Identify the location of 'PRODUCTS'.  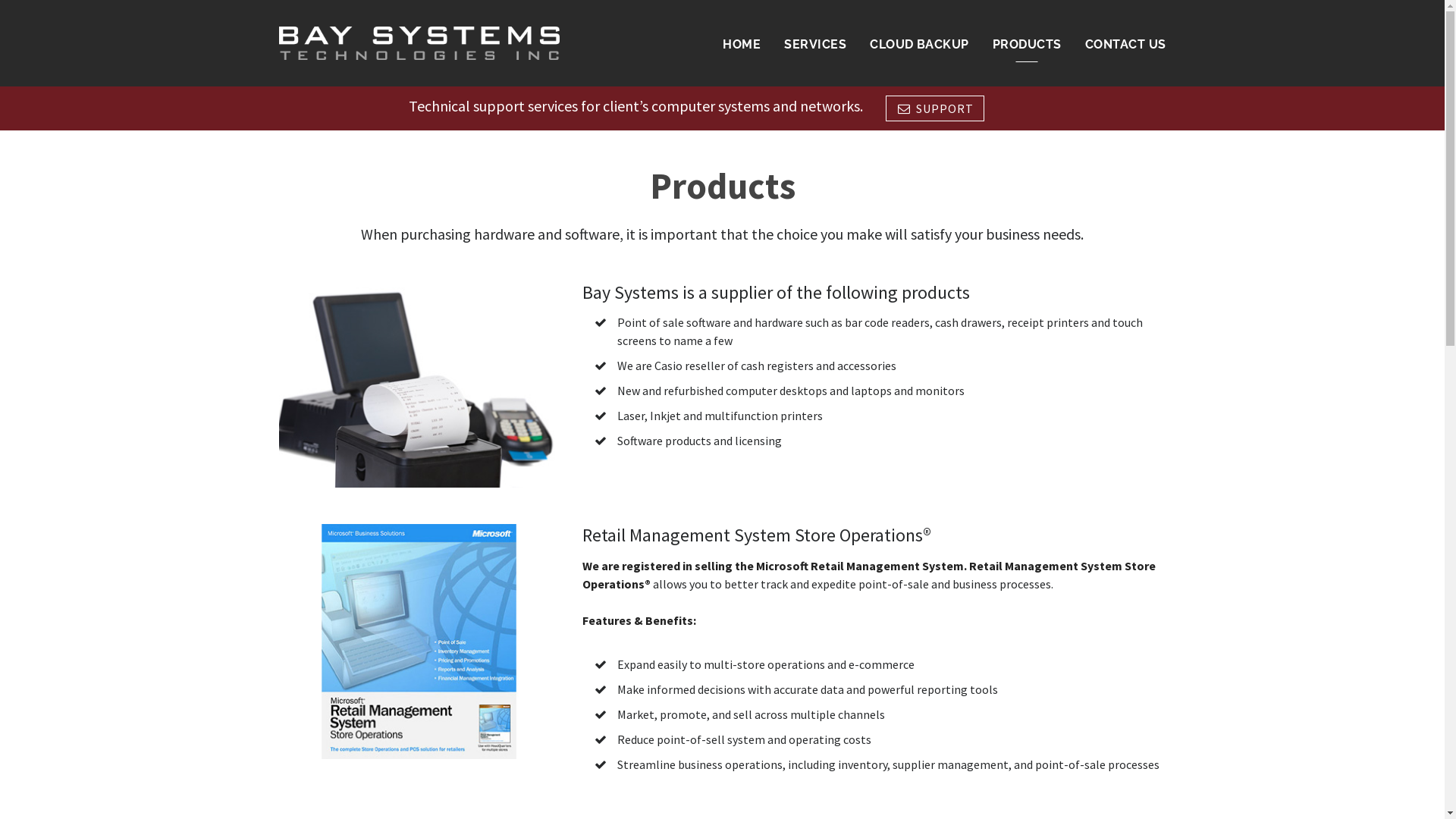
(1027, 43).